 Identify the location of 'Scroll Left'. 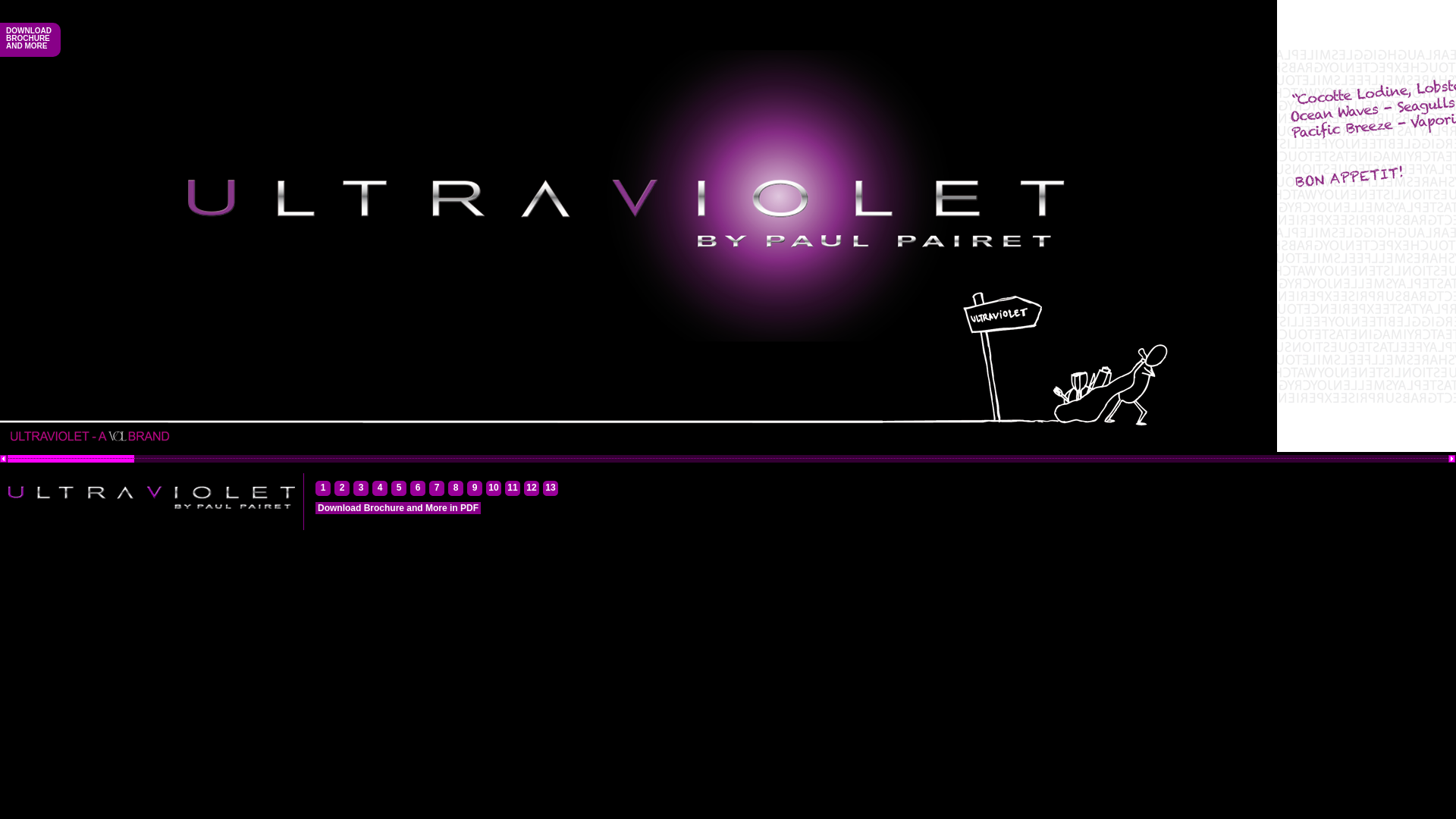
(3, 458).